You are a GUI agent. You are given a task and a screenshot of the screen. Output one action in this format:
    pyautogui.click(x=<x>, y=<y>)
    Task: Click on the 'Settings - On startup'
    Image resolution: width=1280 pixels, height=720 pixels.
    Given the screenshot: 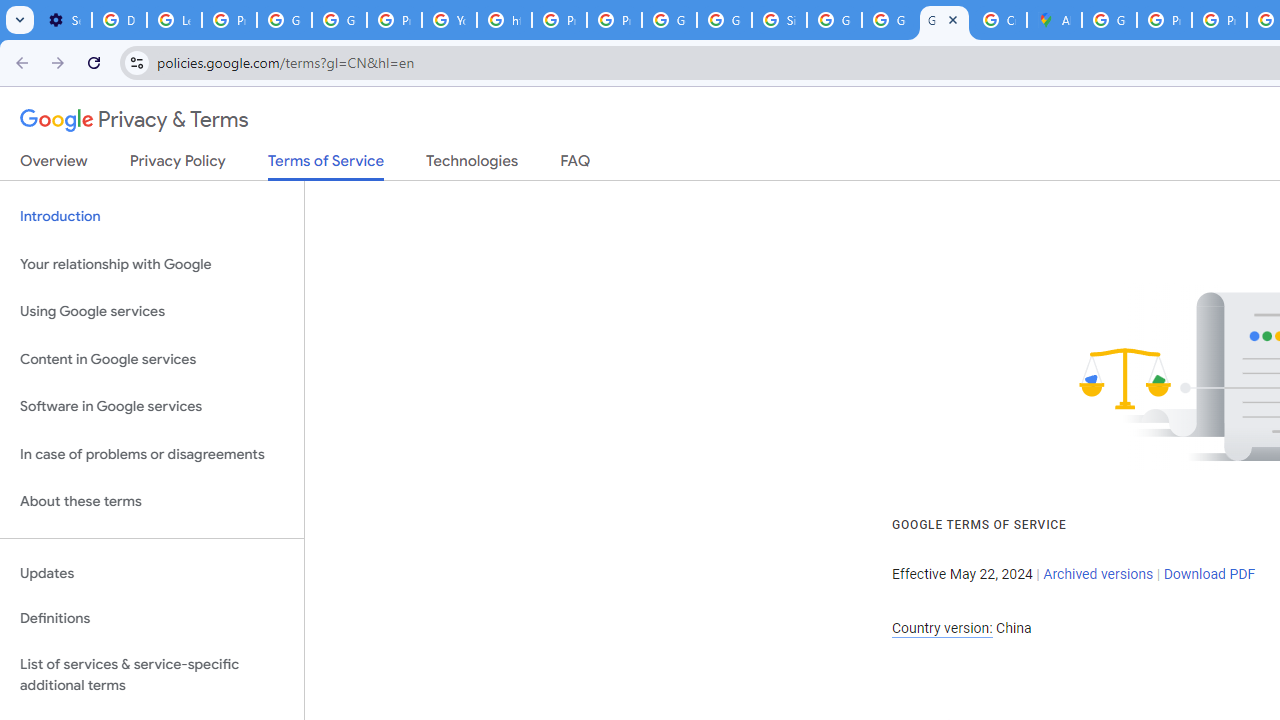 What is the action you would take?
    pyautogui.click(x=64, y=20)
    